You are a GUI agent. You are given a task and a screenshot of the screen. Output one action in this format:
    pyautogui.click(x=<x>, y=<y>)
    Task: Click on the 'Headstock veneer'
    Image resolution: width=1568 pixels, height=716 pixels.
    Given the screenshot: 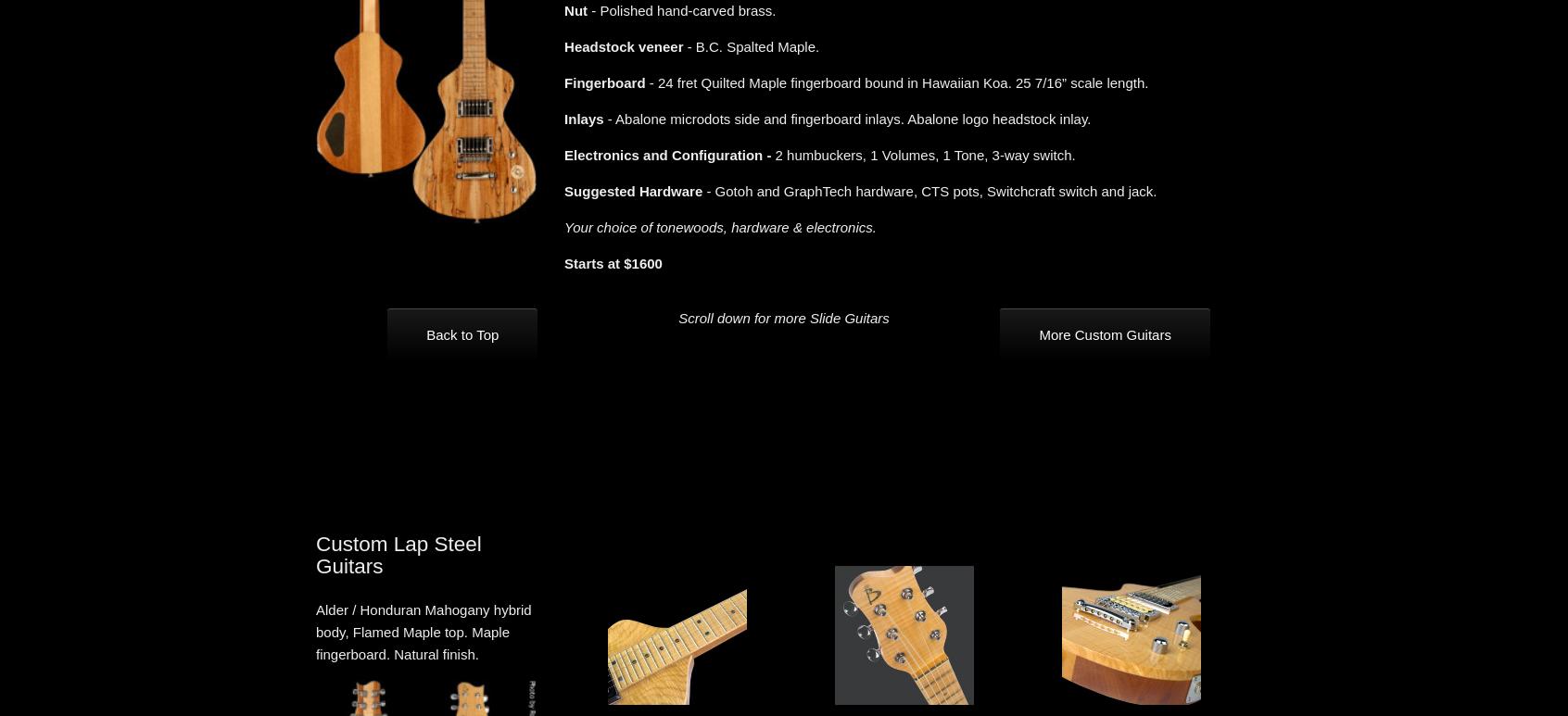 What is the action you would take?
    pyautogui.click(x=624, y=45)
    